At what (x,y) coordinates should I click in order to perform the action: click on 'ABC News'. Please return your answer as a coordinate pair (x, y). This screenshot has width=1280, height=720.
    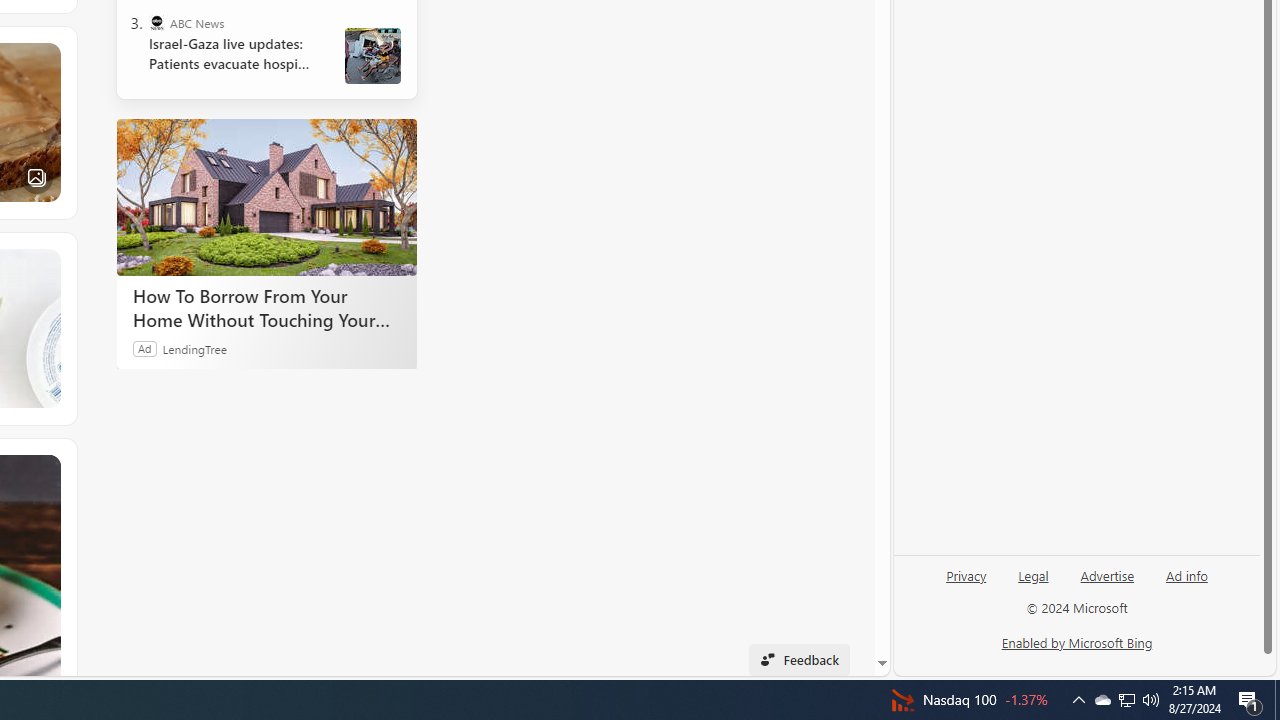
    Looking at the image, I should click on (155, 23).